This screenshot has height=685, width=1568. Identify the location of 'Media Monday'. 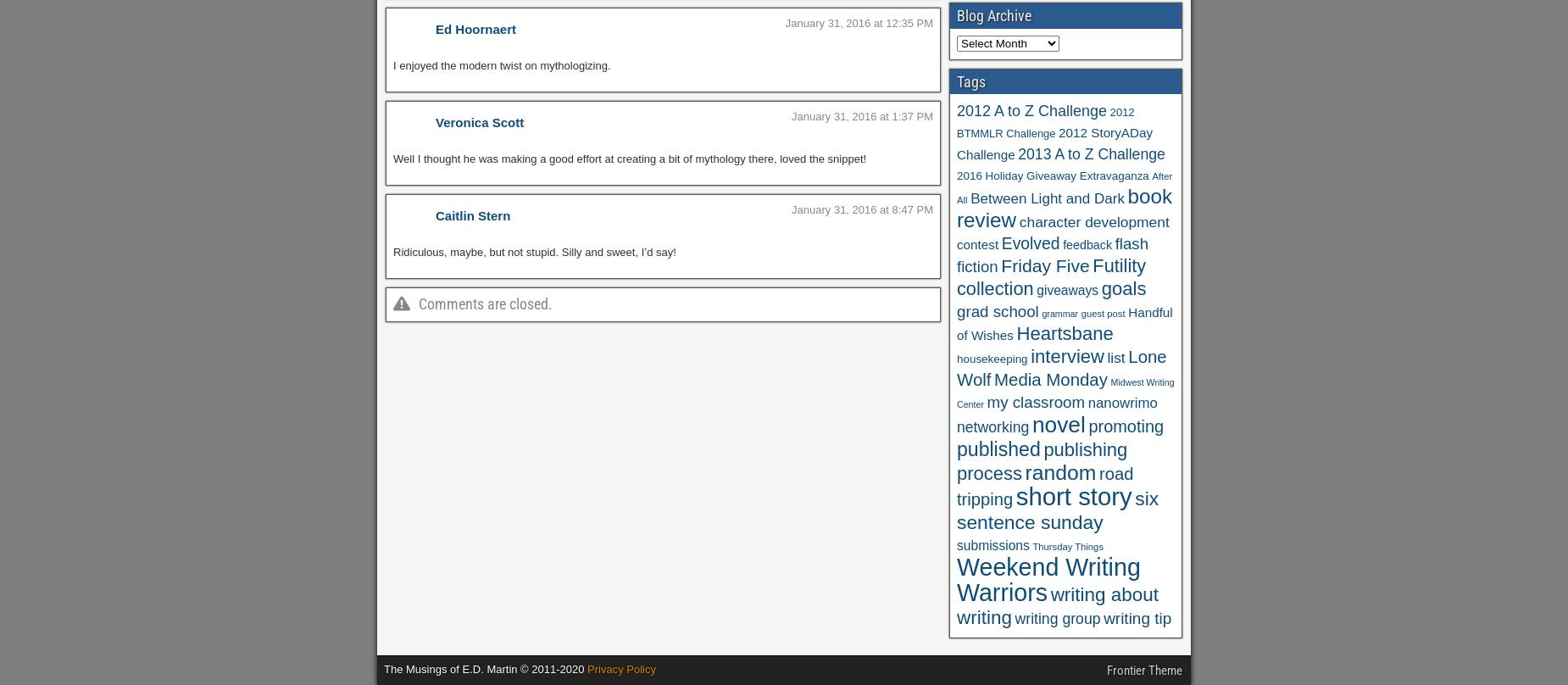
(1049, 380).